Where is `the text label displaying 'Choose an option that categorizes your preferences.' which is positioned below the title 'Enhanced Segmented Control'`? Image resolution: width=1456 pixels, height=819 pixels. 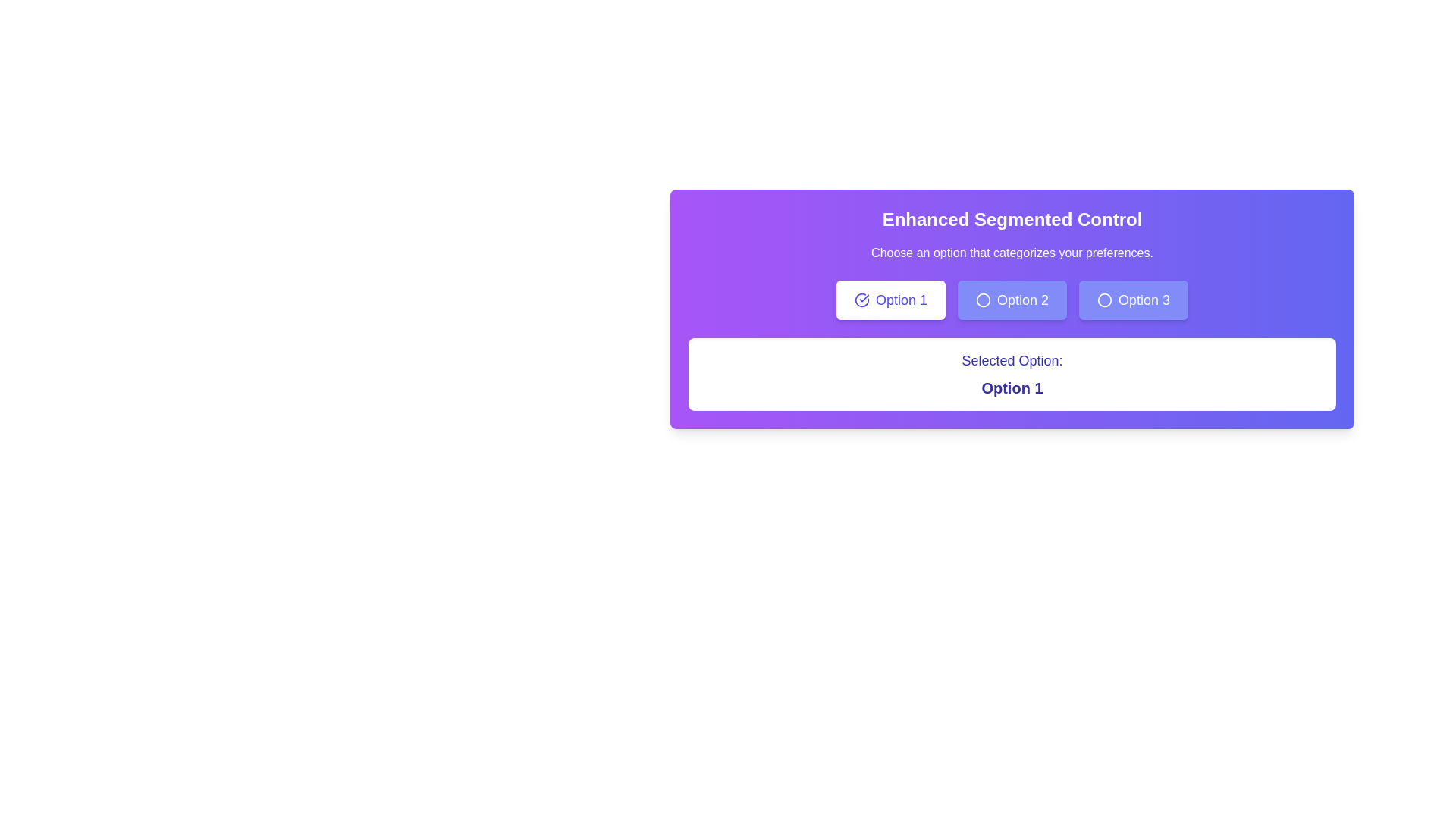
the text label displaying 'Choose an option that categorizes your preferences.' which is positioned below the title 'Enhanced Segmented Control' is located at coordinates (1012, 253).